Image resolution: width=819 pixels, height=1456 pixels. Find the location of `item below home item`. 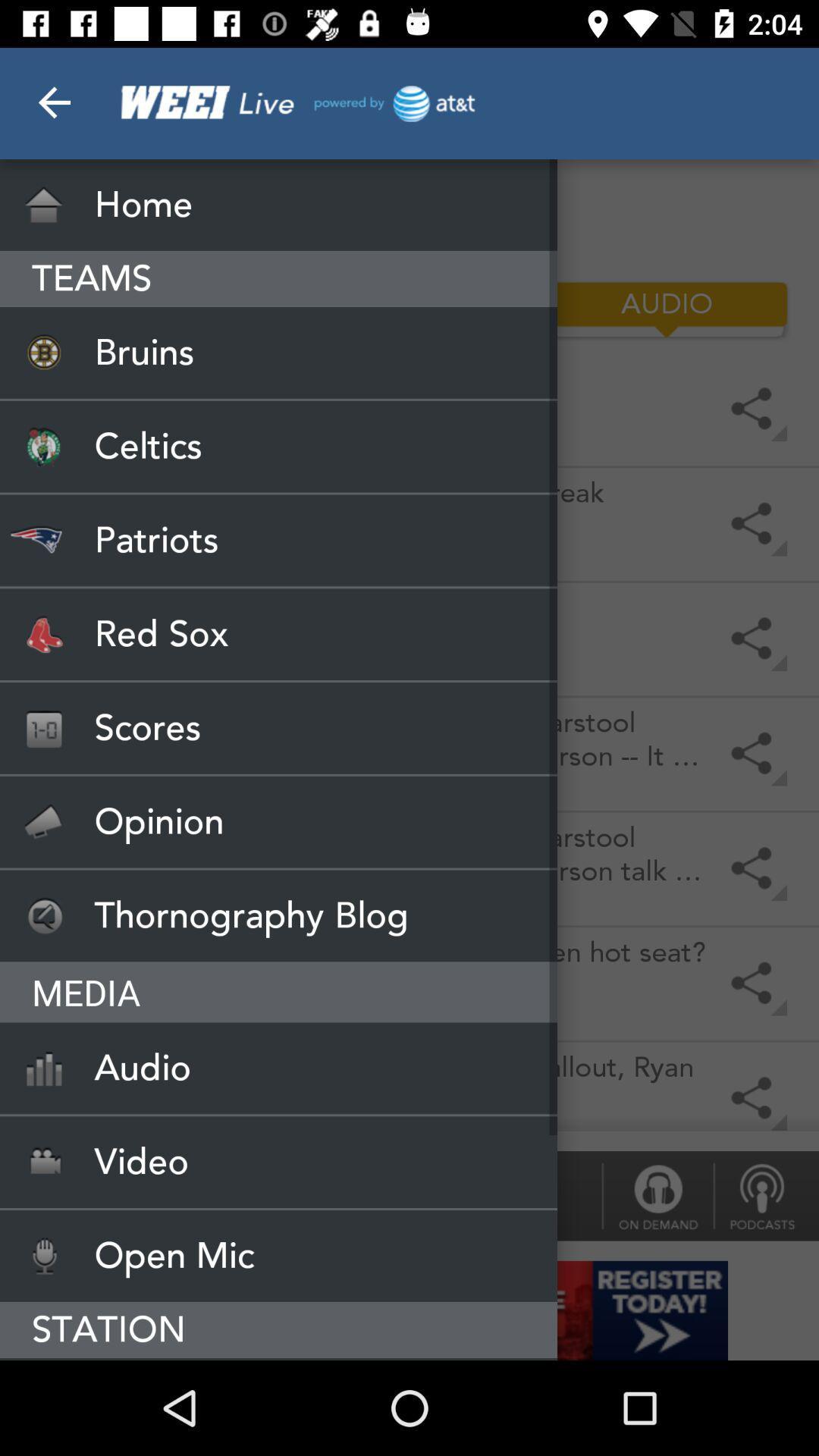

item below home item is located at coordinates (409, 309).